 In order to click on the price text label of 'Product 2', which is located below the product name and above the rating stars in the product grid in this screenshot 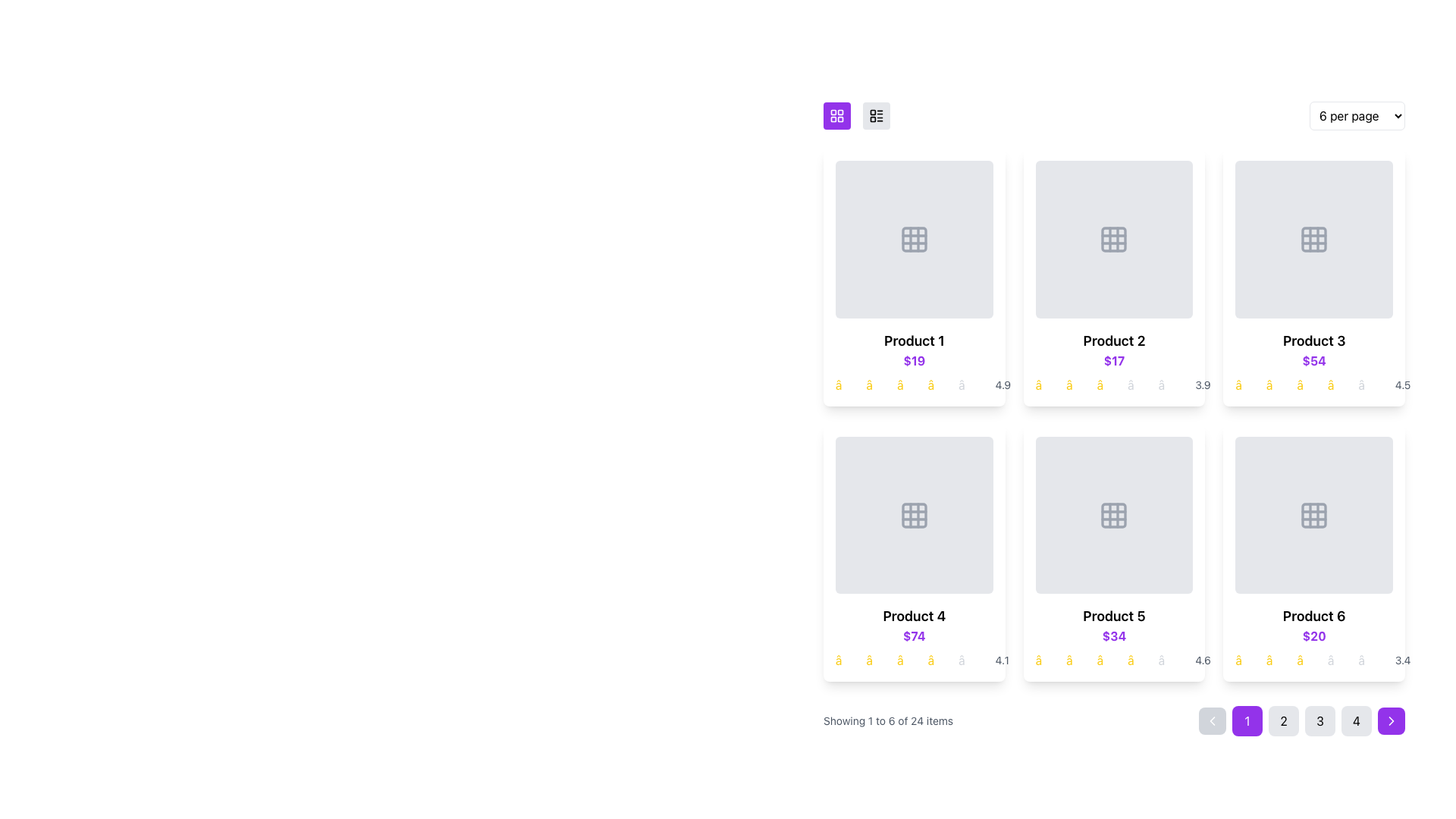, I will do `click(1114, 360)`.